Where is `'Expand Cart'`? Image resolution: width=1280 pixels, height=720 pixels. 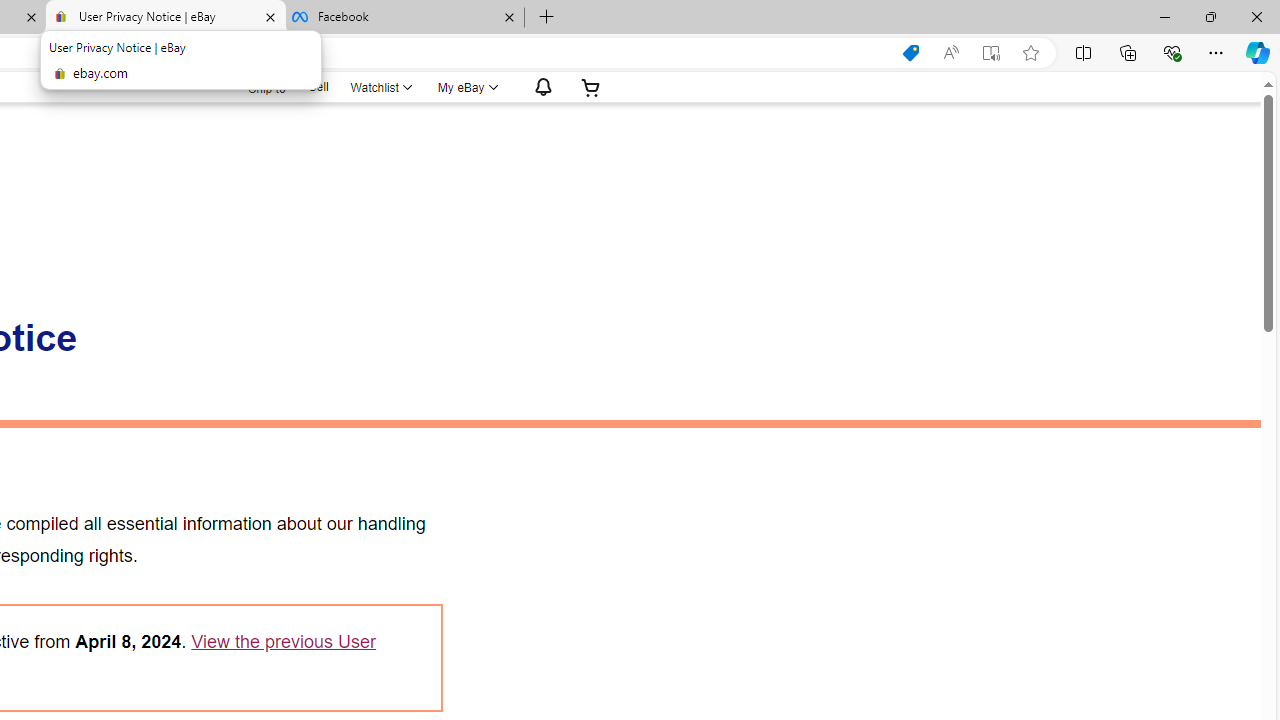
'Expand Cart' is located at coordinates (590, 86).